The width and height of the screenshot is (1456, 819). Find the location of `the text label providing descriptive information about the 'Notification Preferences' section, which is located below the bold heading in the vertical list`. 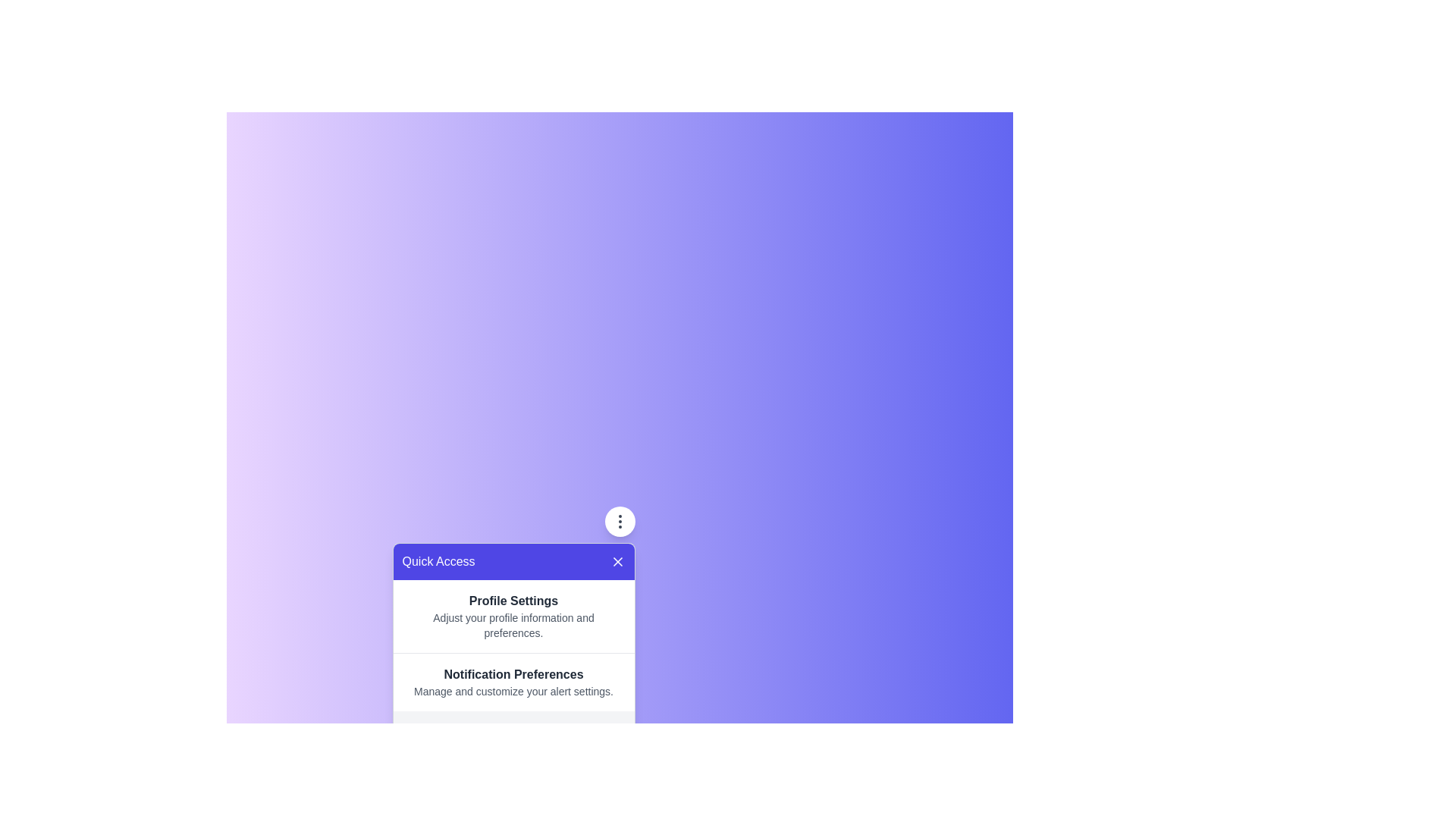

the text label providing descriptive information about the 'Notification Preferences' section, which is located below the bold heading in the vertical list is located at coordinates (513, 691).